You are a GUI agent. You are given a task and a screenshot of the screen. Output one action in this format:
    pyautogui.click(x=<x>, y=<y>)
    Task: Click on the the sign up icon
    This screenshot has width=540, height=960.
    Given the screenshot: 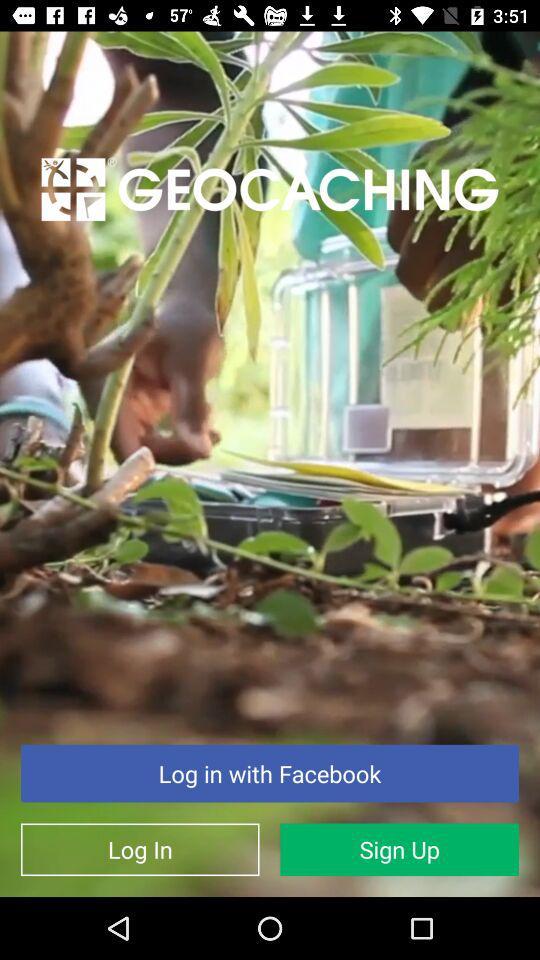 What is the action you would take?
    pyautogui.click(x=399, y=848)
    